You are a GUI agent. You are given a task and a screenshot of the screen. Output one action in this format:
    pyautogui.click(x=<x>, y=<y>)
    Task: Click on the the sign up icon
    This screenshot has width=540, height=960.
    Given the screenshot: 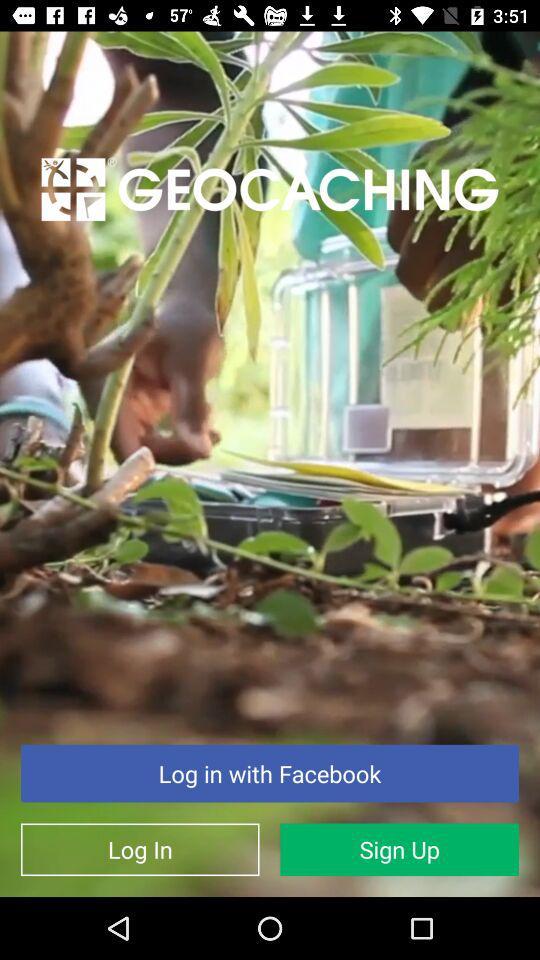 What is the action you would take?
    pyautogui.click(x=399, y=848)
    